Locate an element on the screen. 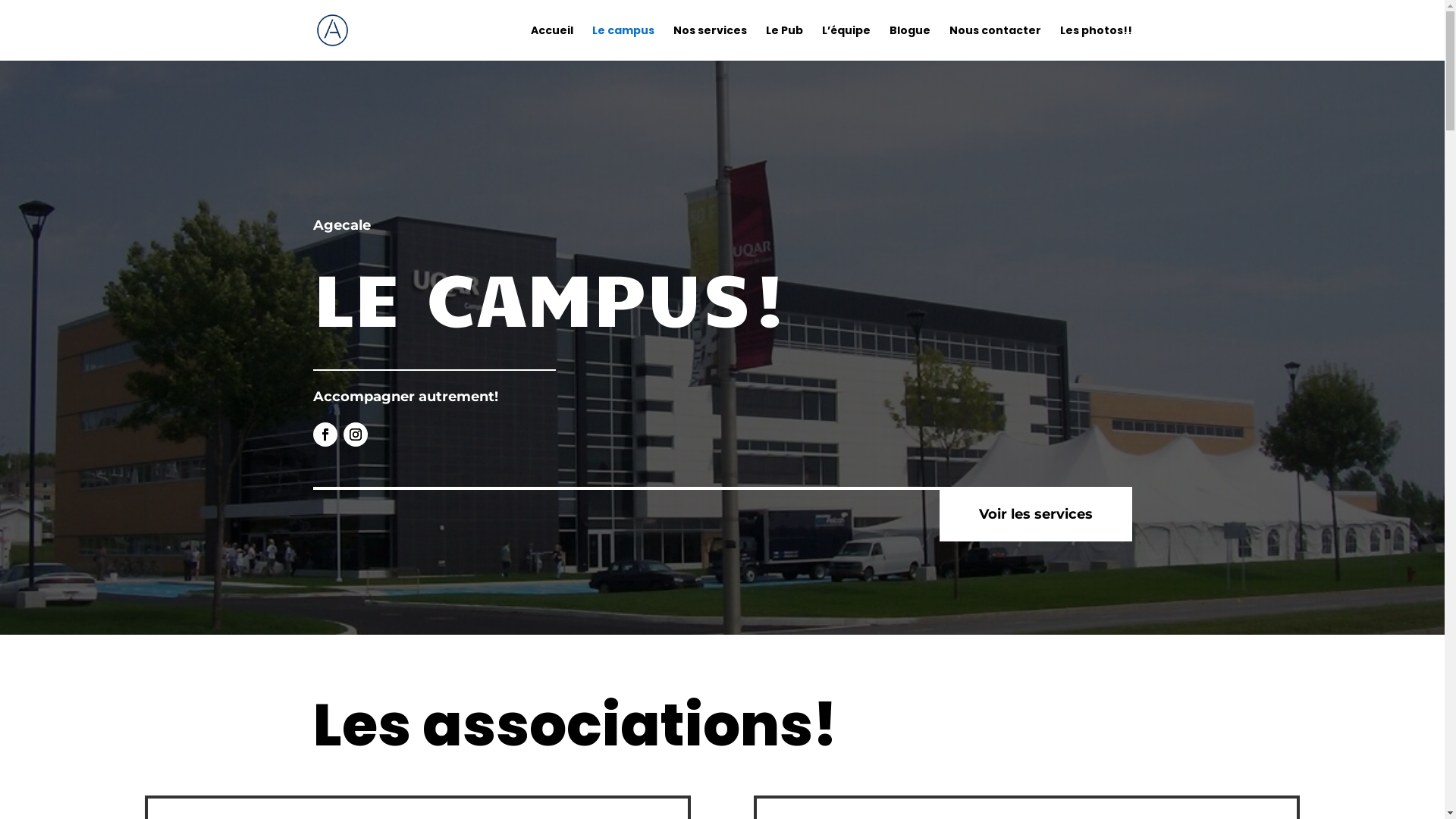  'Blogue' is located at coordinates (909, 42).